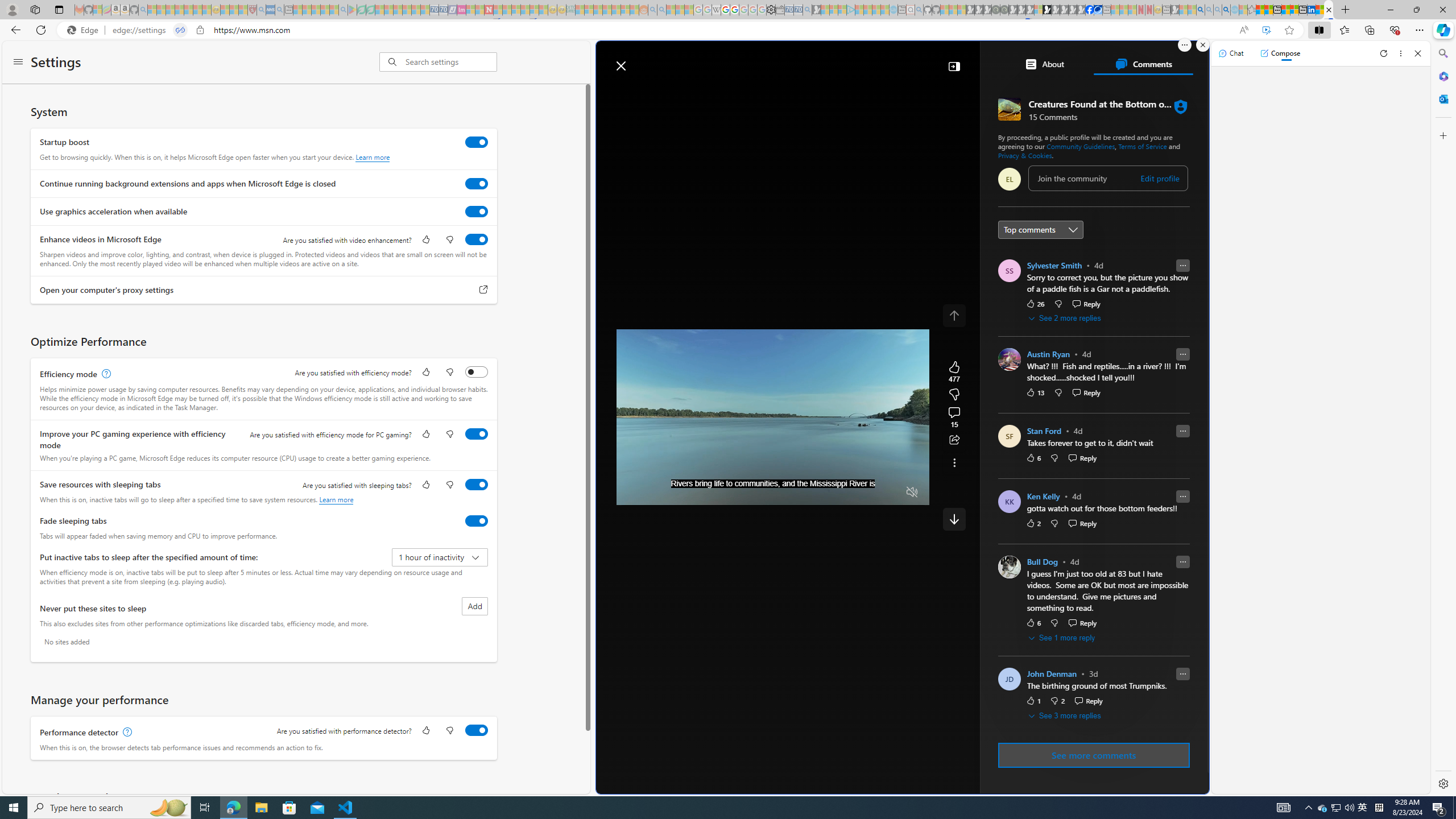 This screenshot has height=819, width=1456. Describe the element at coordinates (476, 211) in the screenshot. I see `'Use graphics acceleration when available'` at that location.